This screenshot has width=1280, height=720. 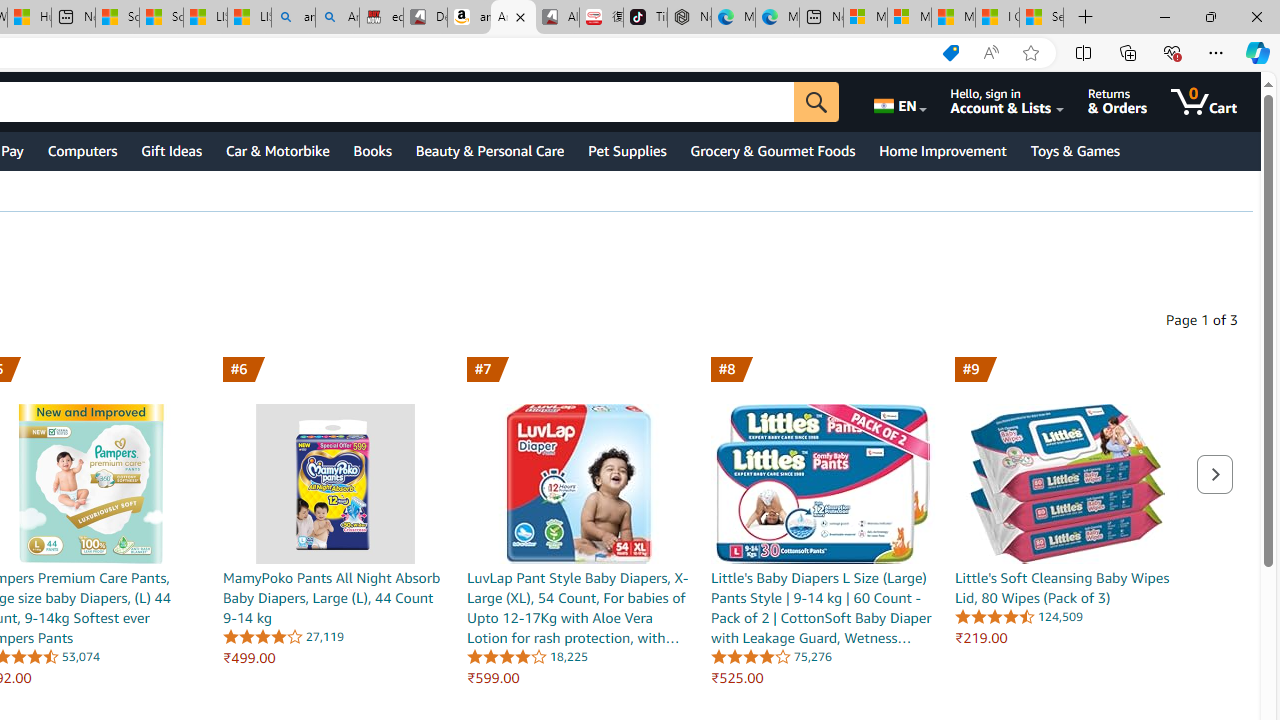 I want to click on 'Little', so click(x=1066, y=460).